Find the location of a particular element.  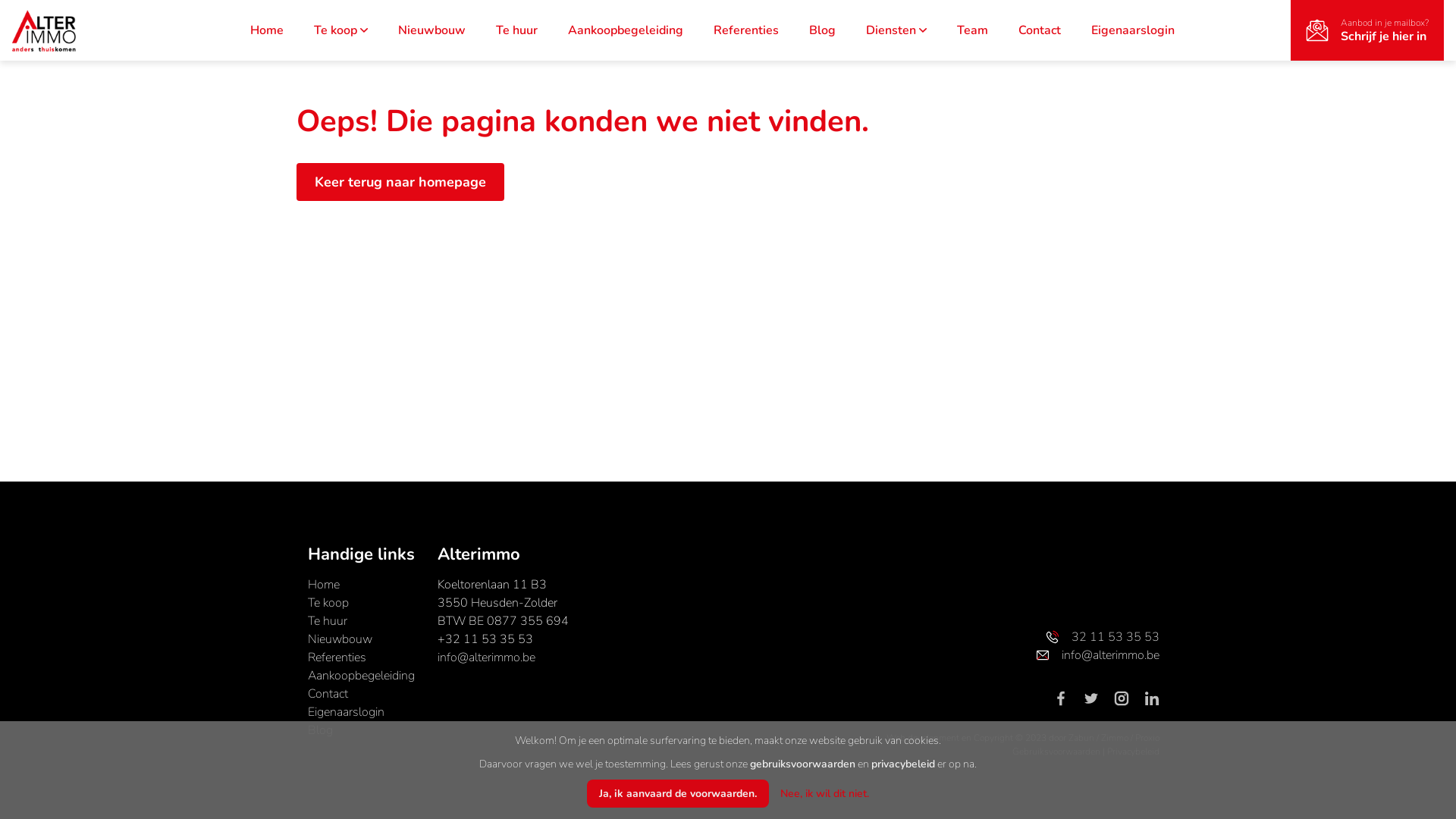

'Blog' is located at coordinates (319, 730).